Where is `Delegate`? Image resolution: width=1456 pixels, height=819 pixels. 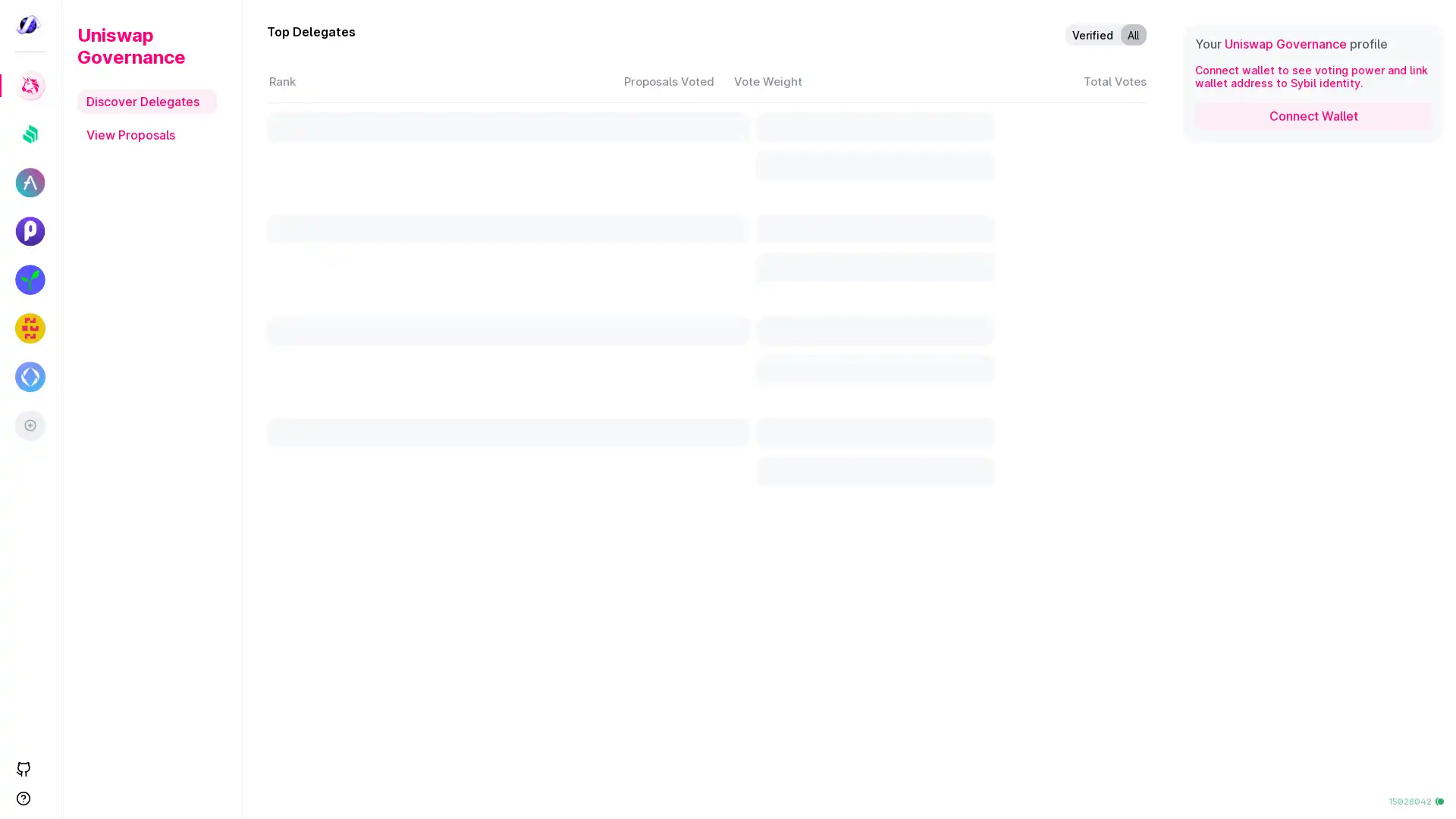 Delegate is located at coordinates (1006, 565).